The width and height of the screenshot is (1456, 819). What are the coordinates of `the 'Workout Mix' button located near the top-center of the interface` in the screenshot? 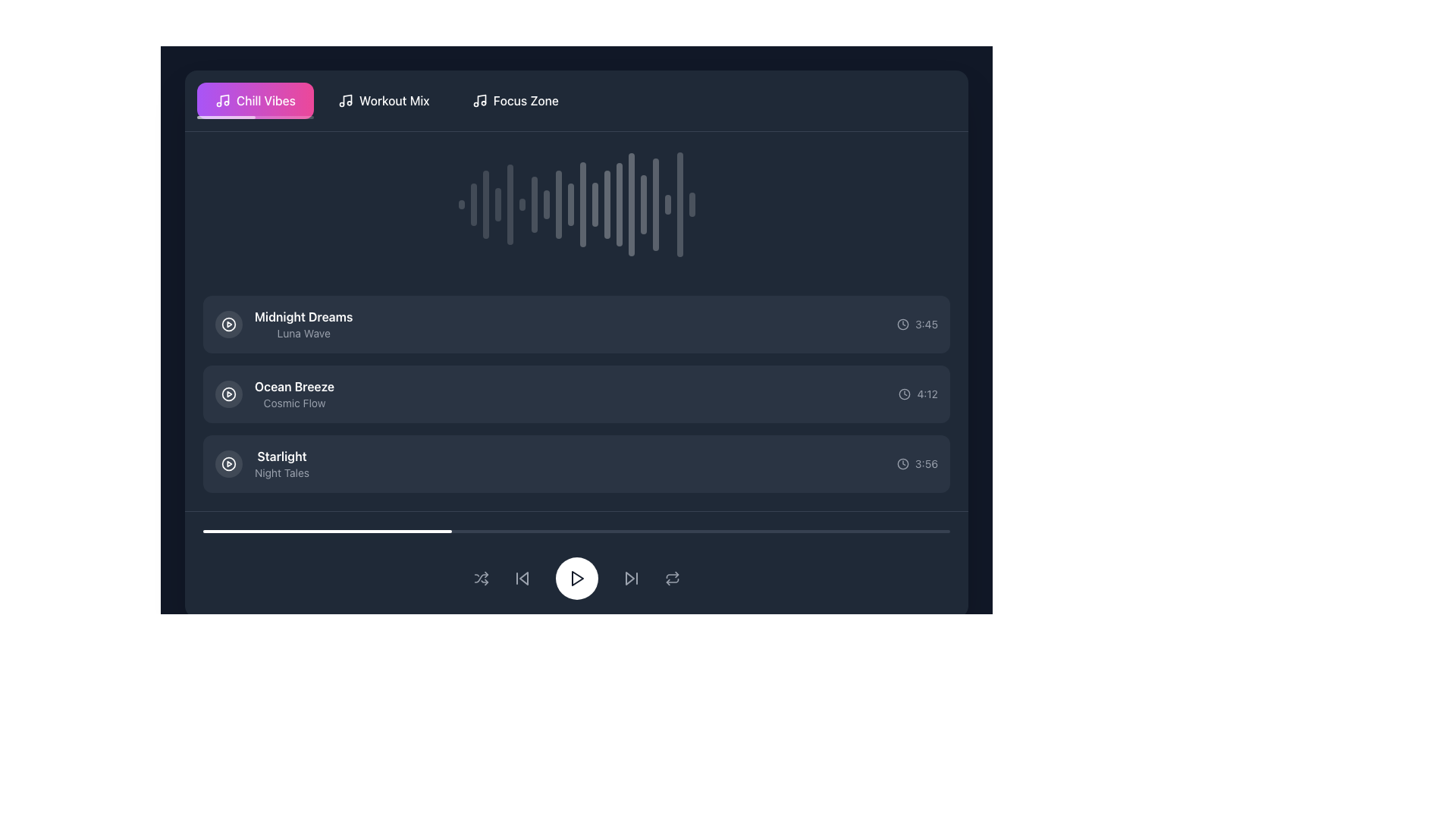 It's located at (384, 100).